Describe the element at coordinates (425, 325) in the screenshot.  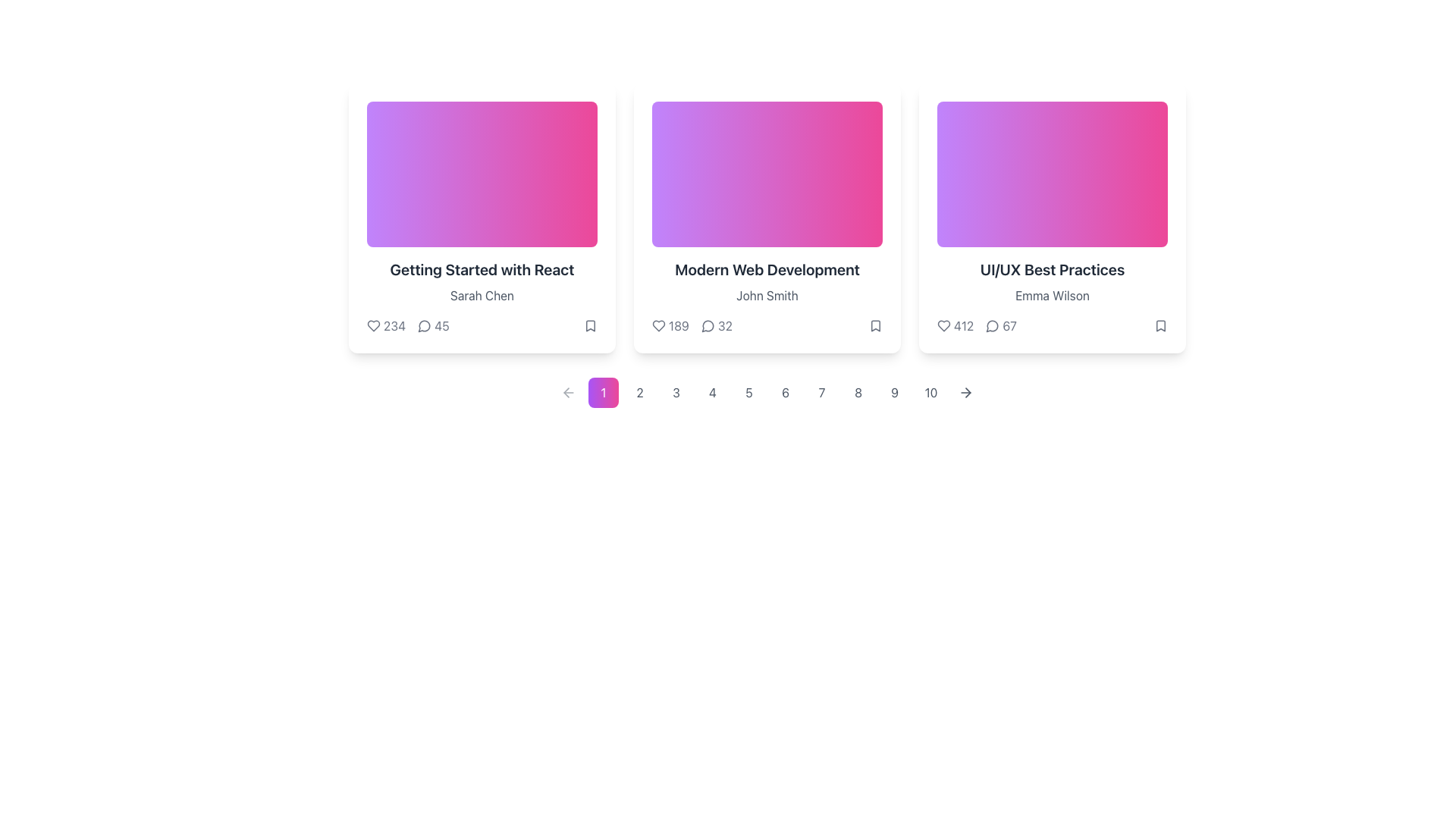
I see `the comment indicator icon located beneath the 'Getting Started with React' card, which shows the number of comments (45) in the first column of the grid` at that location.